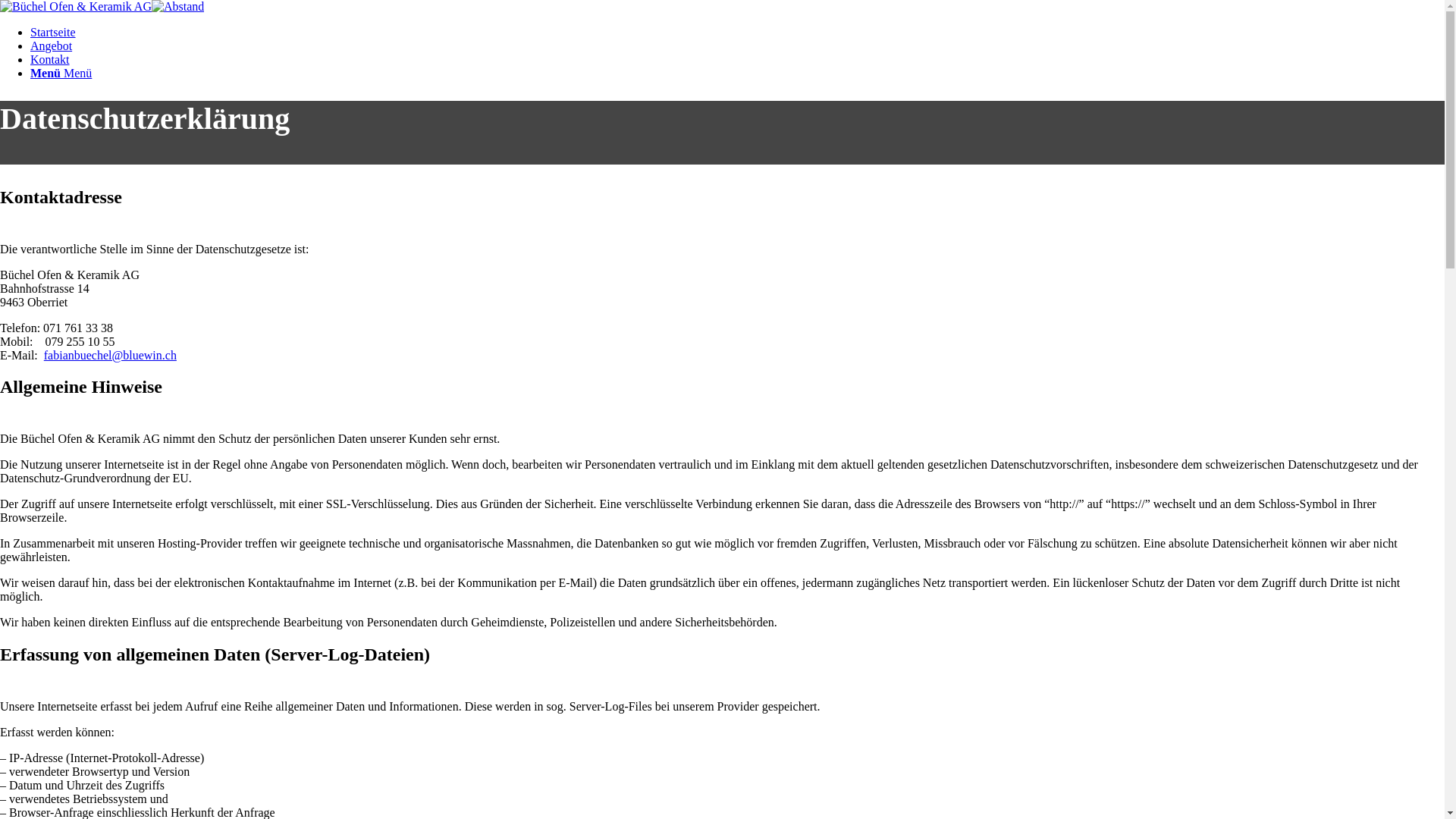 Image resolution: width=1456 pixels, height=819 pixels. I want to click on 'Startseite', so click(53, 32).